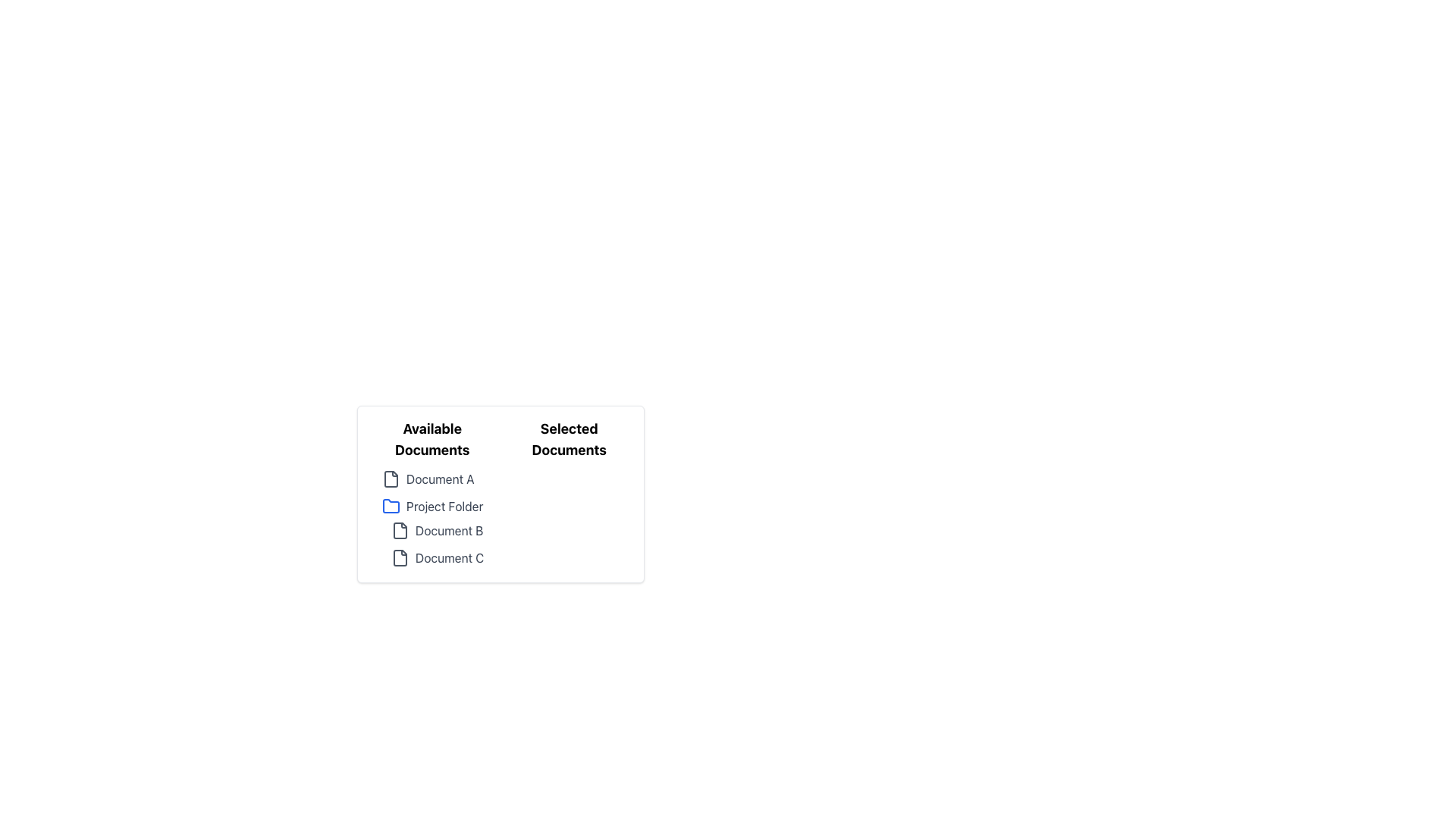 Image resolution: width=1456 pixels, height=819 pixels. What do you see at coordinates (436, 479) in the screenshot?
I see `the selectable item labeled 'Document A' with a gray folder icon` at bounding box center [436, 479].